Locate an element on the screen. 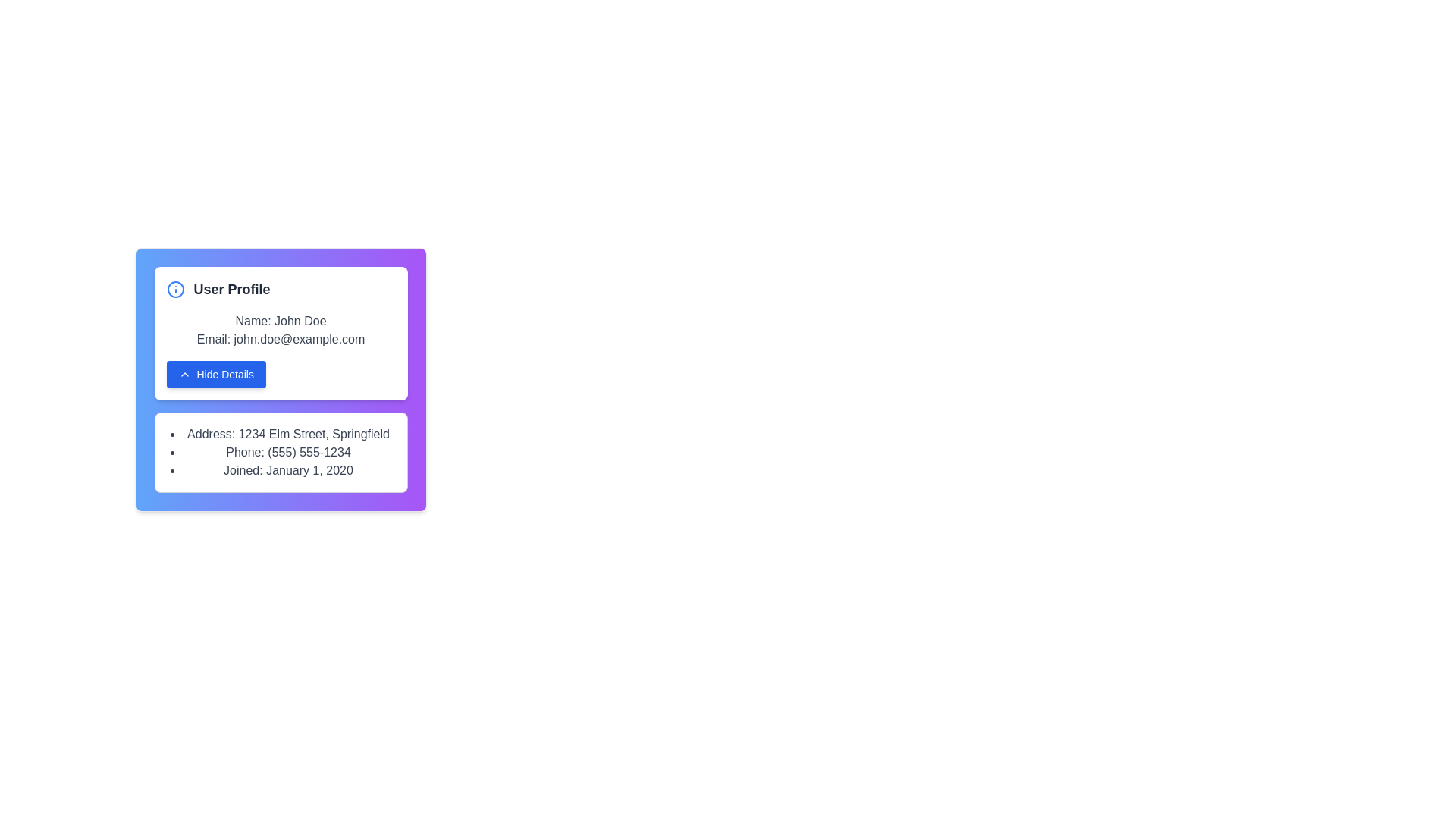 The width and height of the screenshot is (1456, 819). the circular blue information icon located to the left of the 'User Profile' title is located at coordinates (175, 289).